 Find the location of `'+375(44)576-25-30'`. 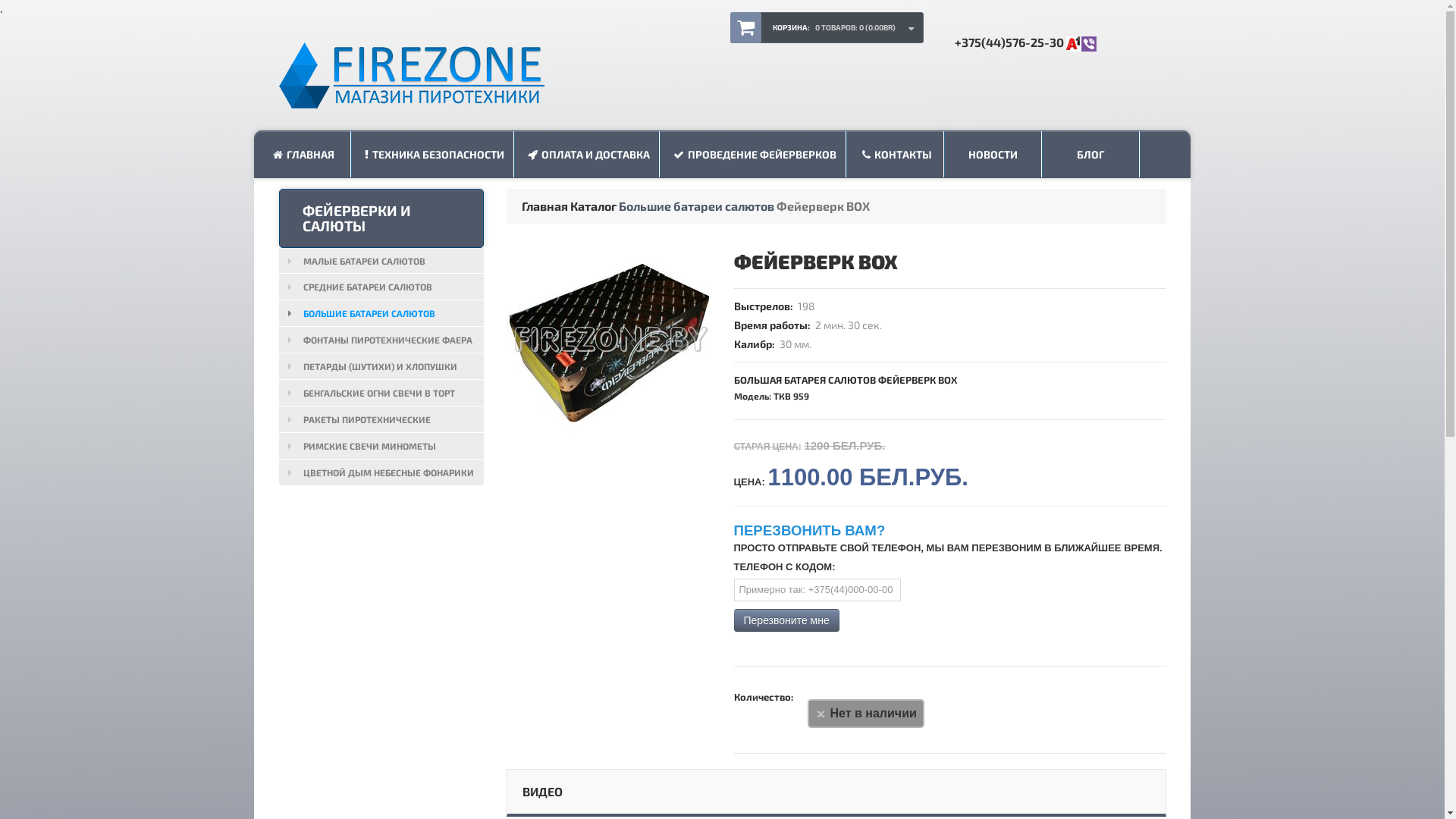

'+375(44)576-25-30' is located at coordinates (952, 41).